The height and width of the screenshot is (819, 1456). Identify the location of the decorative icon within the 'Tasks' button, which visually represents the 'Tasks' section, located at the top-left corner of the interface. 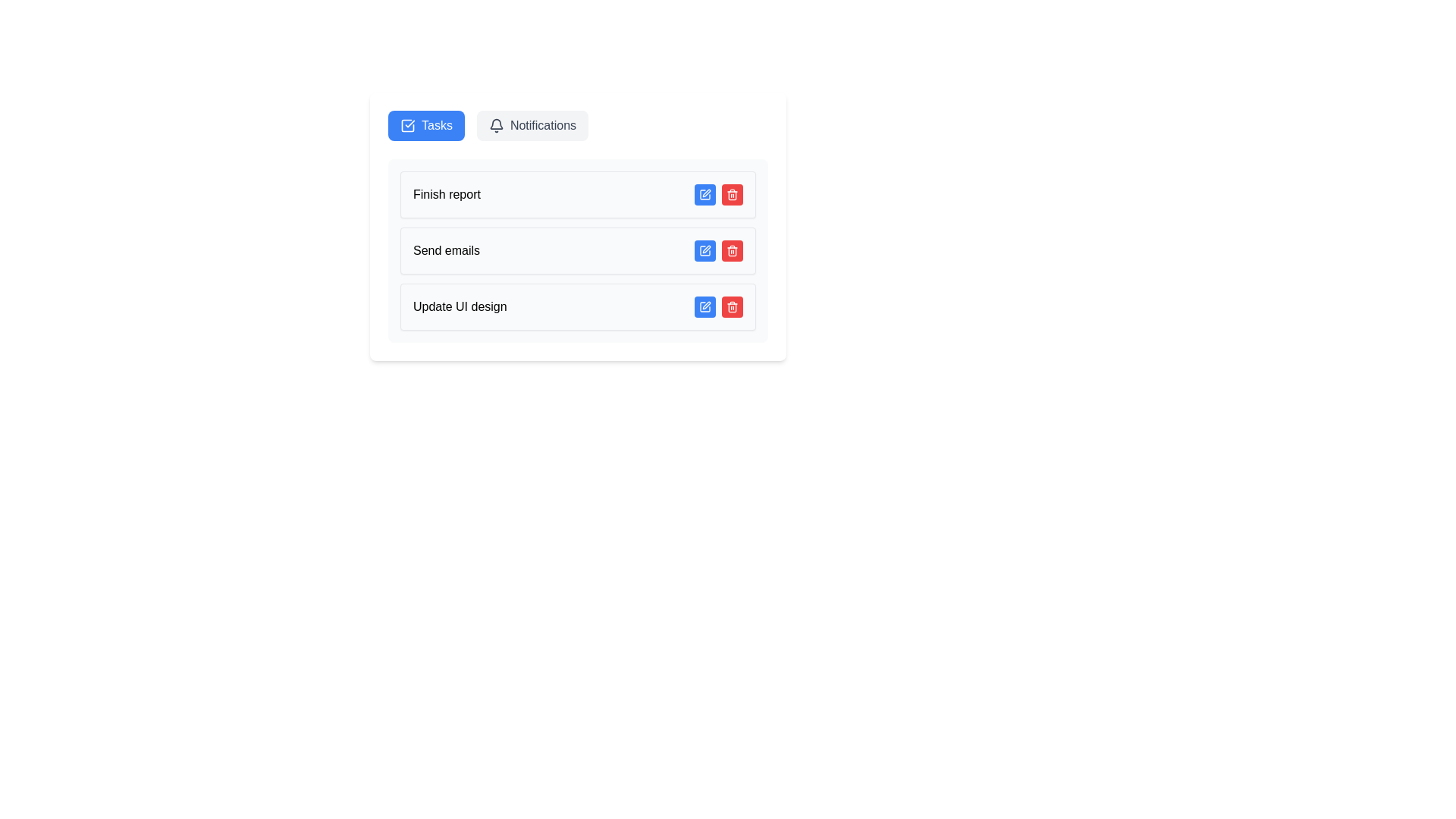
(407, 124).